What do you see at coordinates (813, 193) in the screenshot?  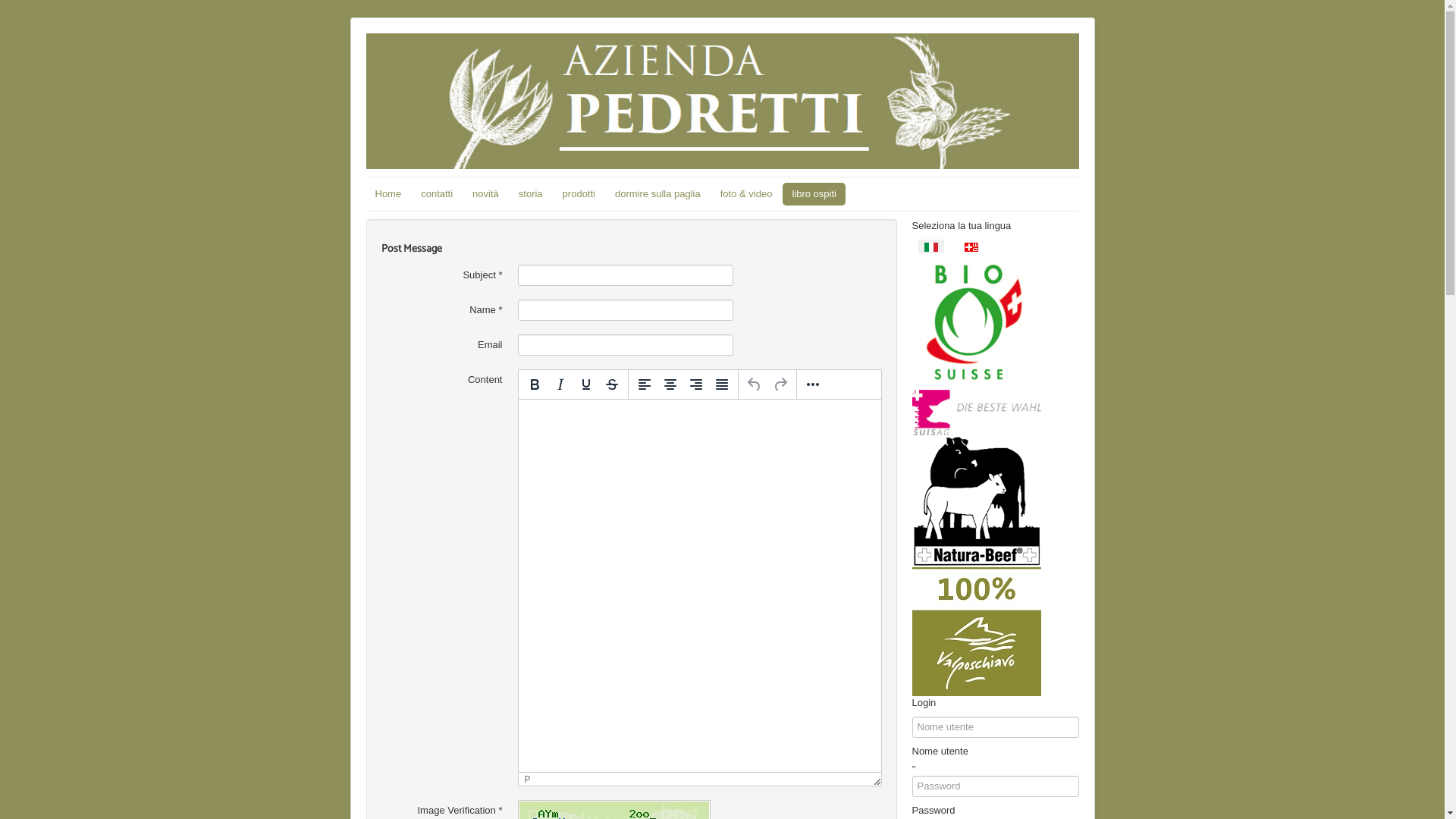 I see `'libro ospiti'` at bounding box center [813, 193].